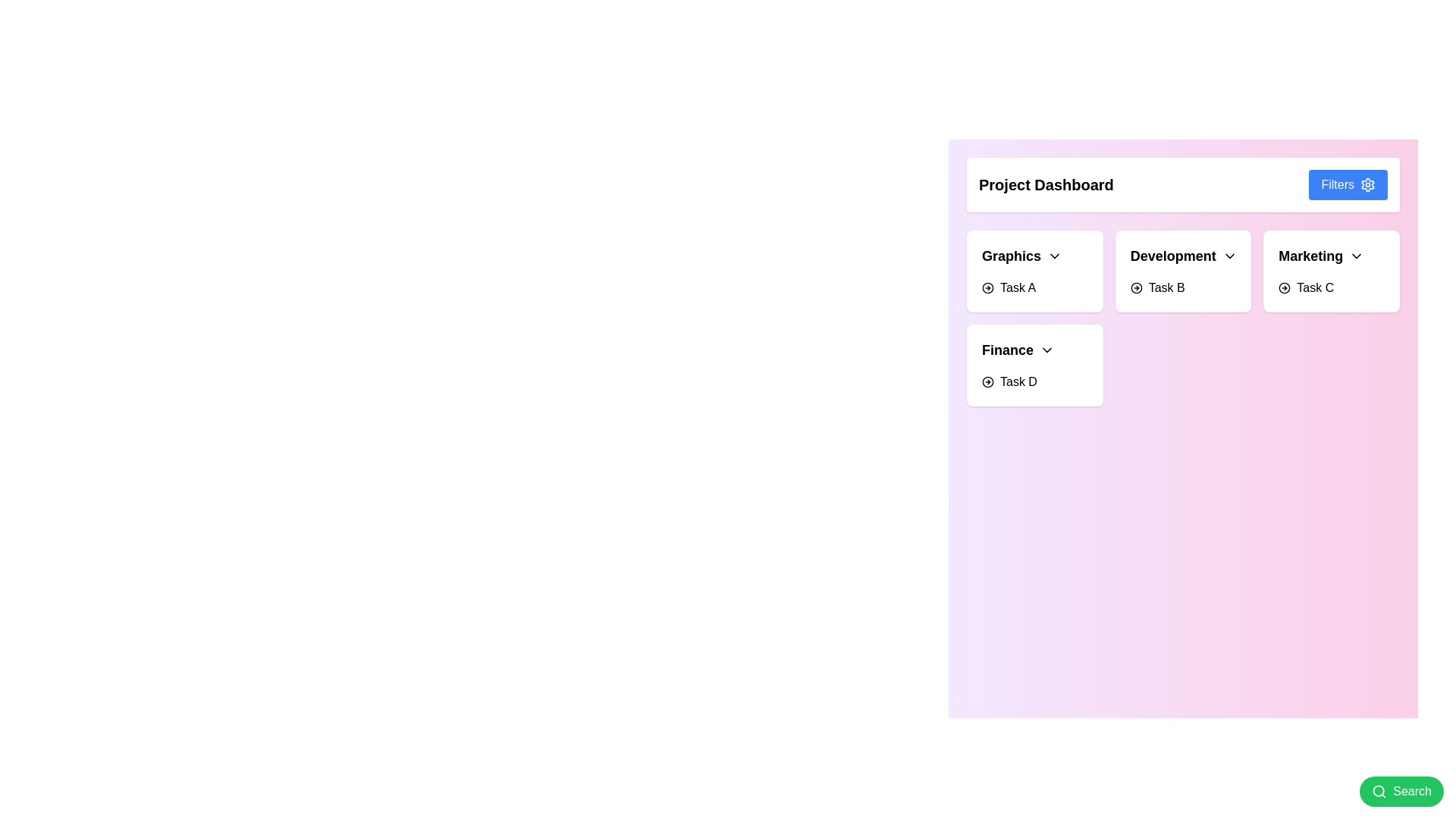 The image size is (1456, 819). Describe the element at coordinates (1046, 350) in the screenshot. I see `the chevron icon located at the far-right end of the 'Finance' section title` at that location.